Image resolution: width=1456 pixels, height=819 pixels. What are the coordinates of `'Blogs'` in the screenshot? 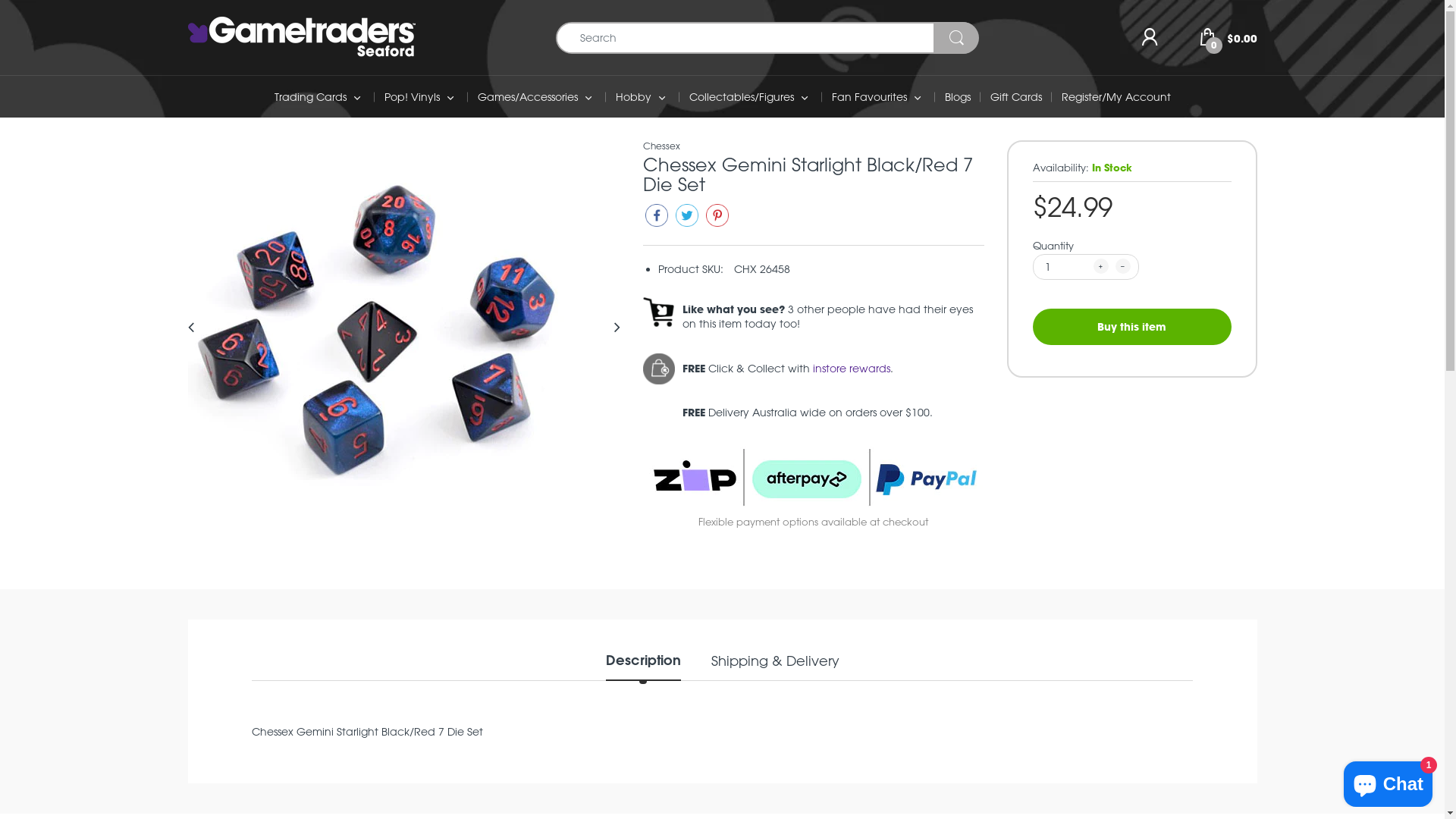 It's located at (956, 96).